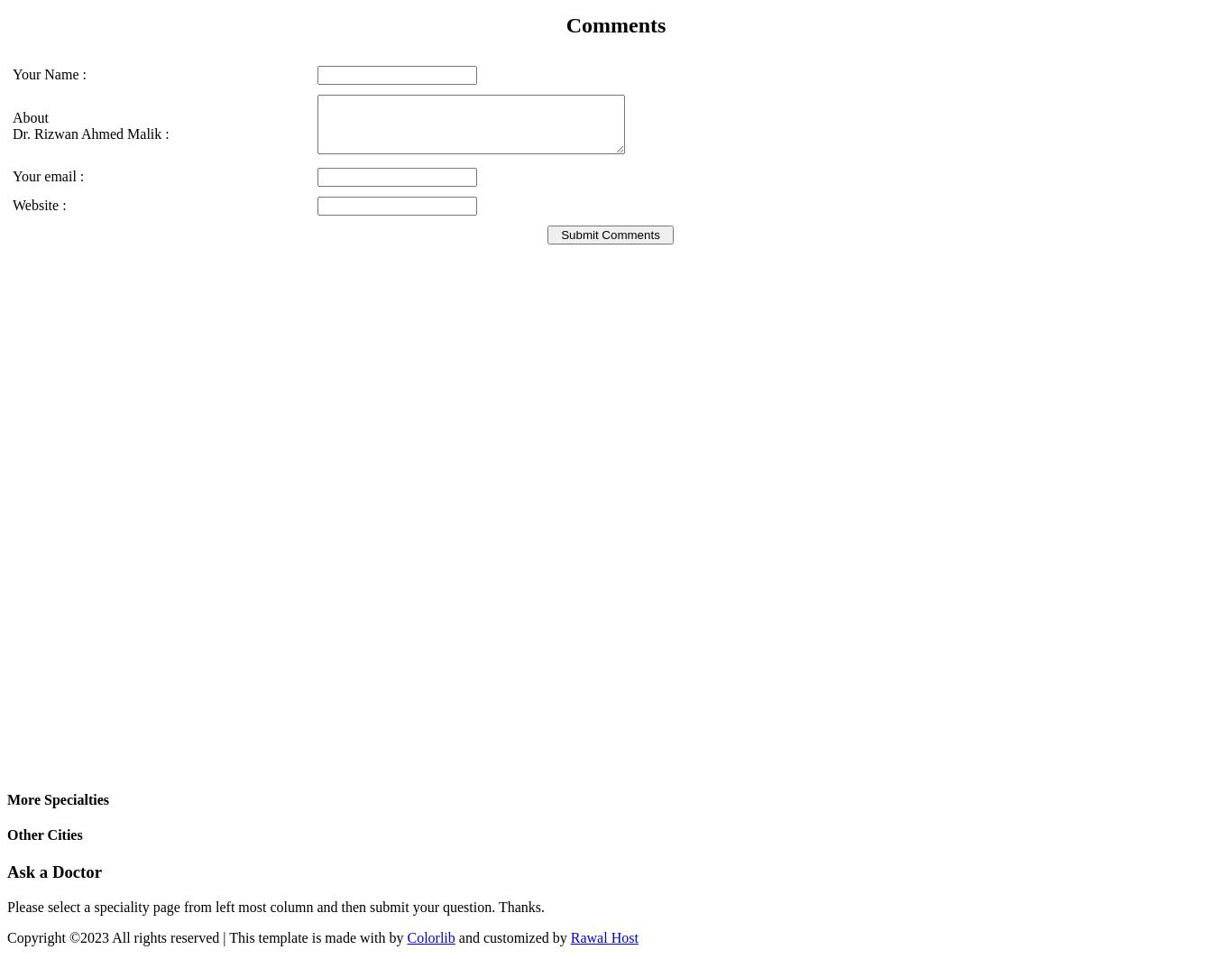  Describe the element at coordinates (39, 205) in the screenshot. I see `'Website :'` at that location.